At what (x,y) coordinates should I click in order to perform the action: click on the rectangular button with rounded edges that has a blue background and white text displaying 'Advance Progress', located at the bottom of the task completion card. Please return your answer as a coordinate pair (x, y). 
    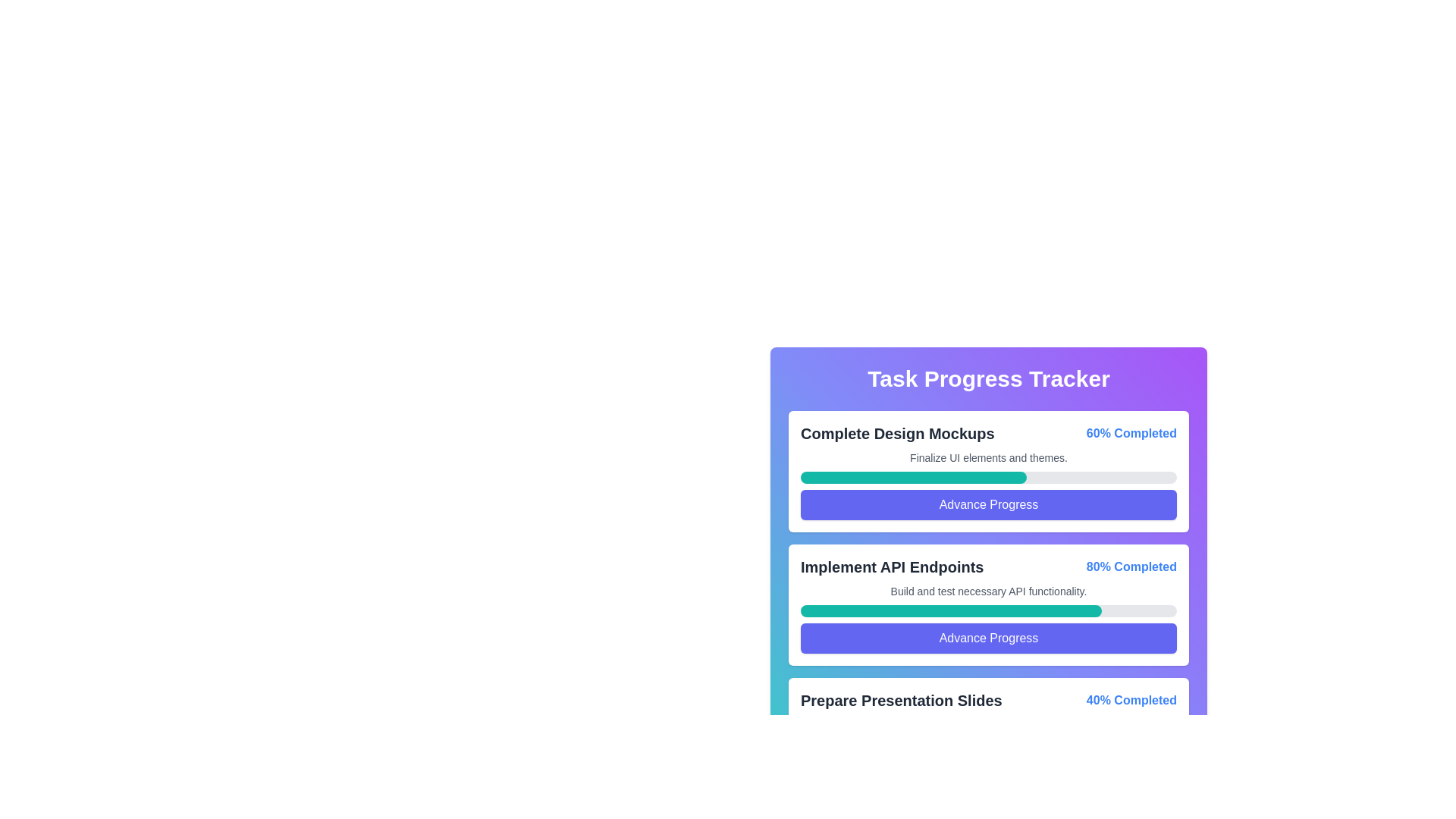
    Looking at the image, I should click on (989, 505).